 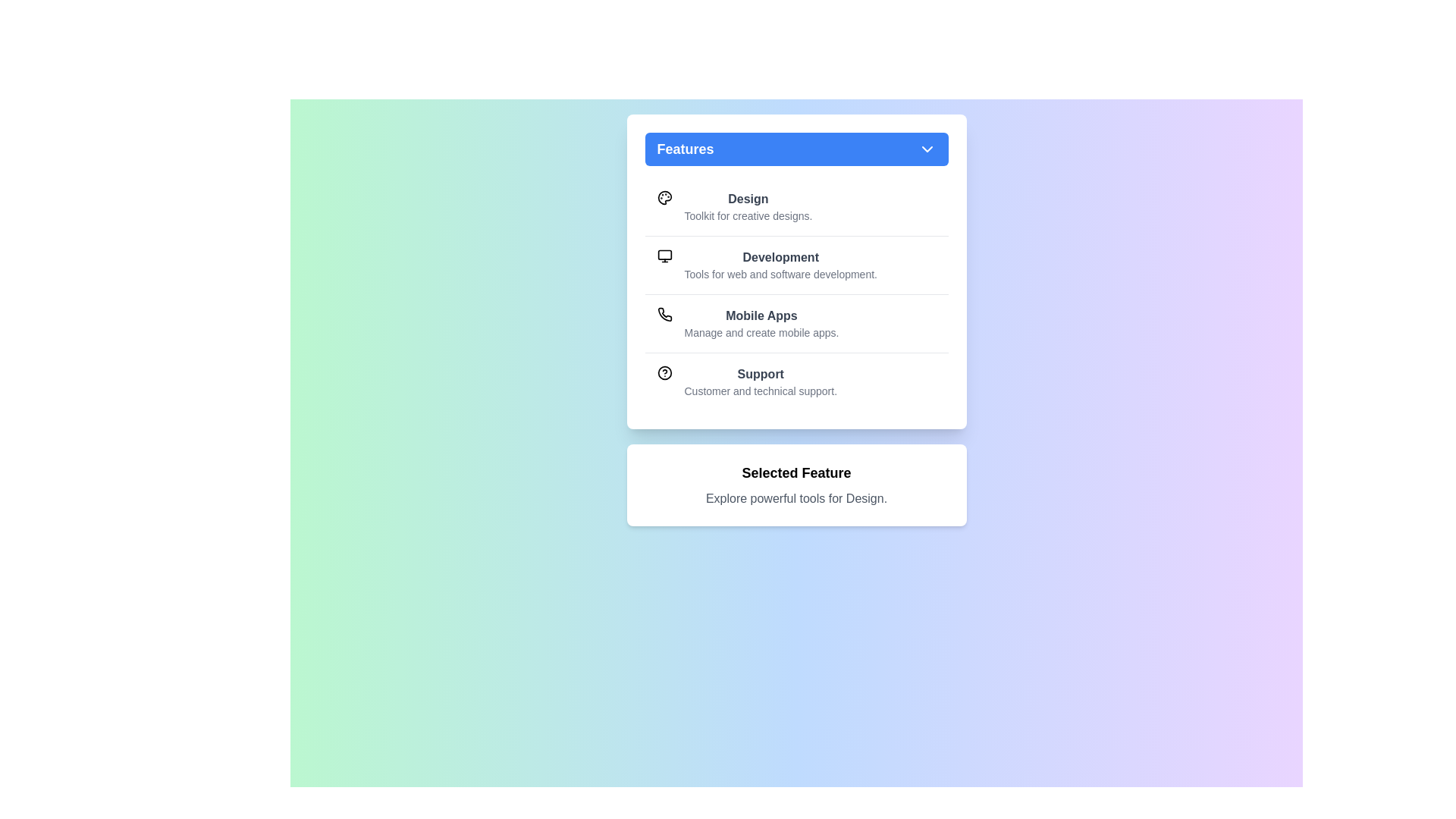 What do you see at coordinates (795, 149) in the screenshot?
I see `the 'Features' button to toggle the visibility of the feature list` at bounding box center [795, 149].